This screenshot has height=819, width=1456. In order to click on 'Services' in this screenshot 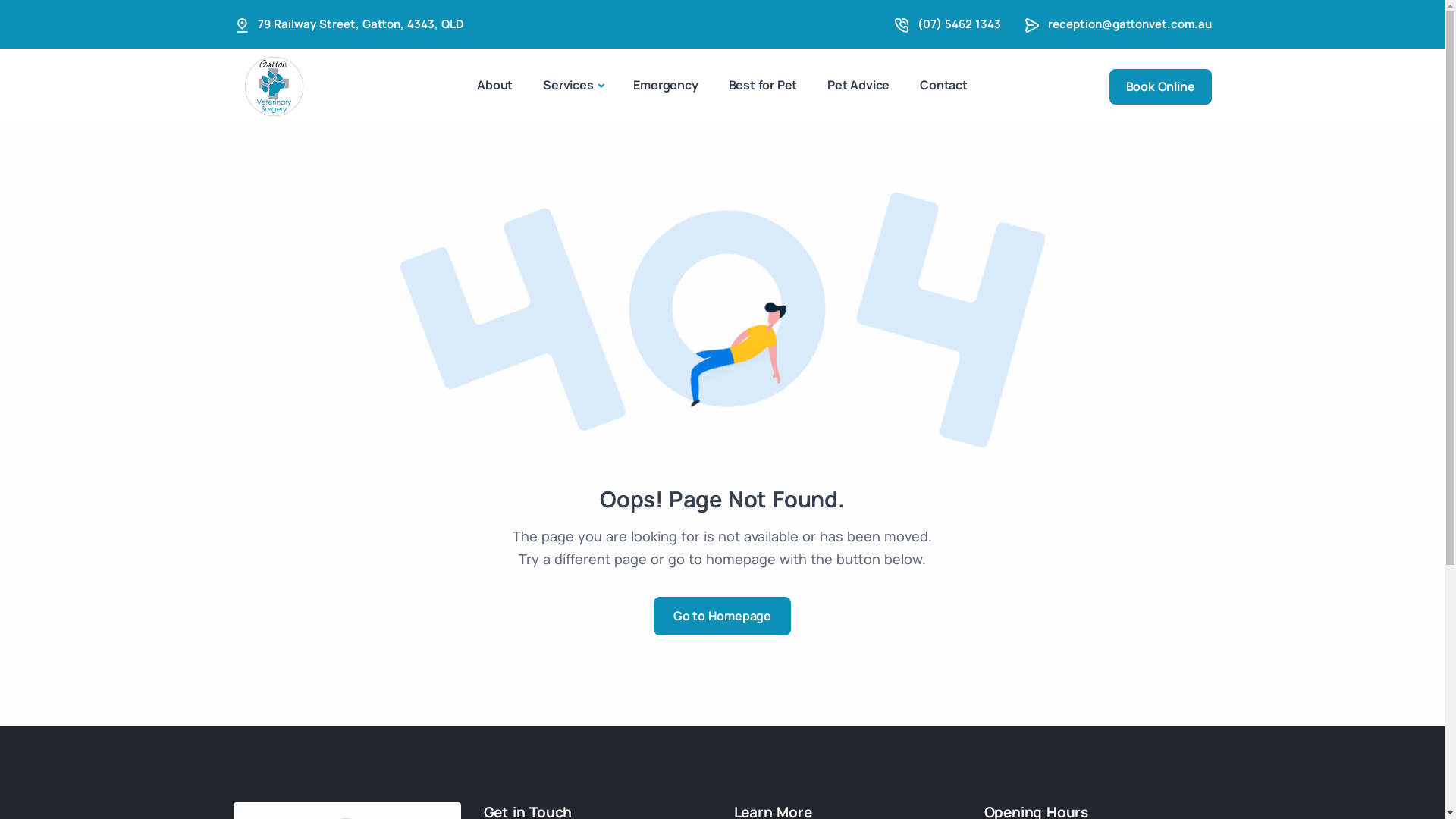, I will do `click(572, 86)`.